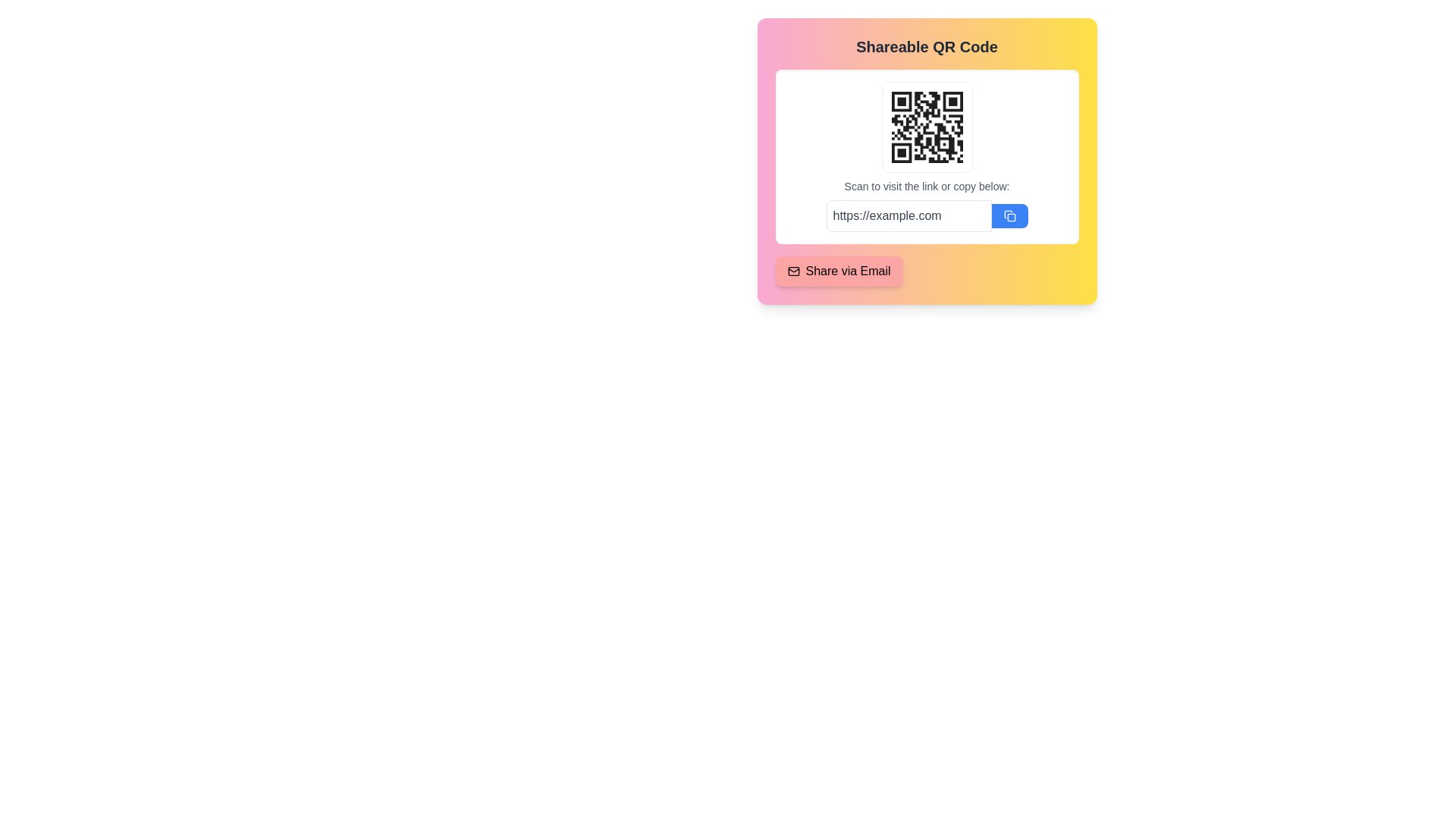  What do you see at coordinates (926, 186) in the screenshot?
I see `the instructional static display text that guides users on how to utilize the QR code or the link provided below, positioned below the QR code and above the URL input field` at bounding box center [926, 186].